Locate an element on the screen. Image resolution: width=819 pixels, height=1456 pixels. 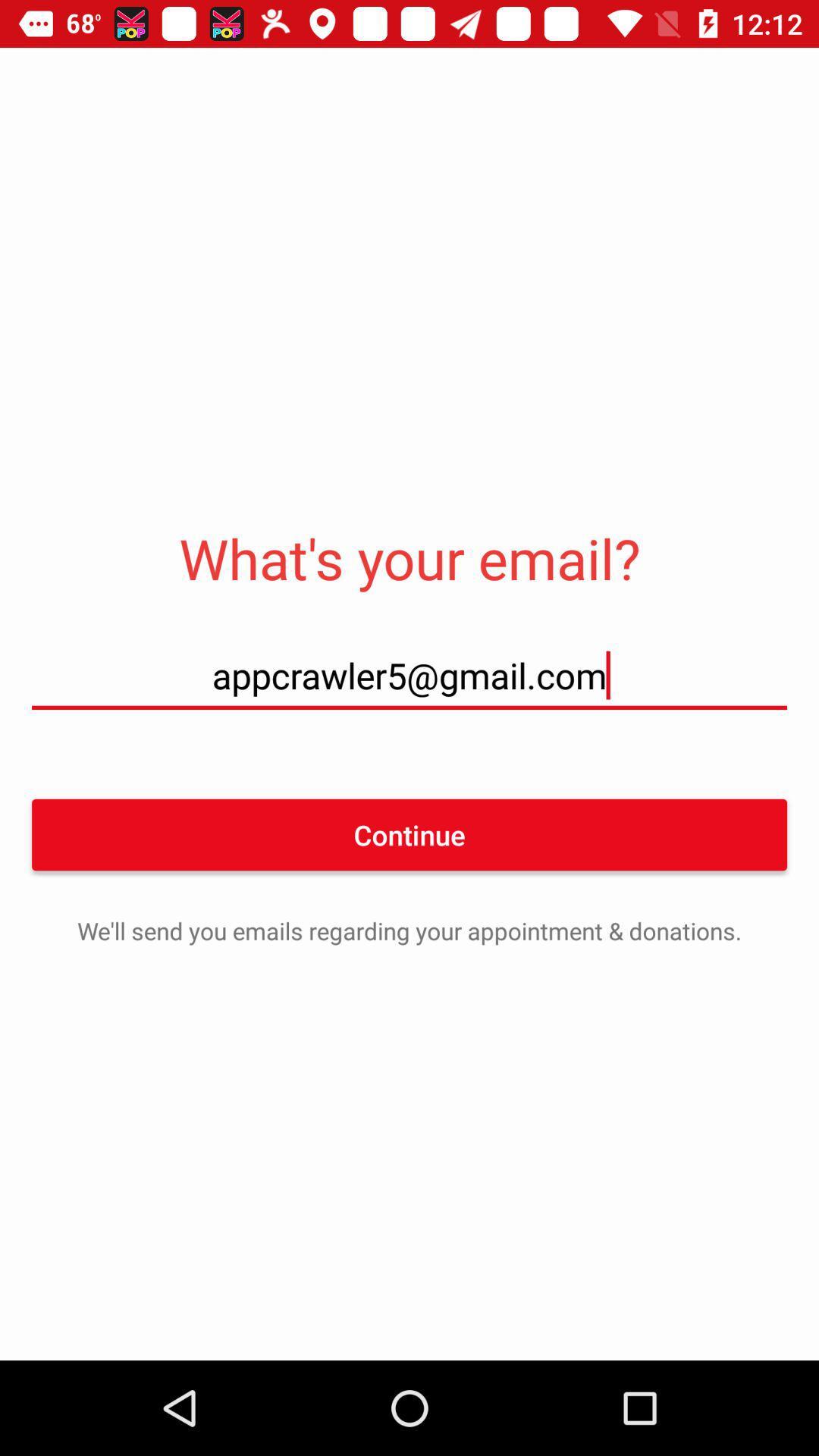
icon above continue icon is located at coordinates (409, 674).